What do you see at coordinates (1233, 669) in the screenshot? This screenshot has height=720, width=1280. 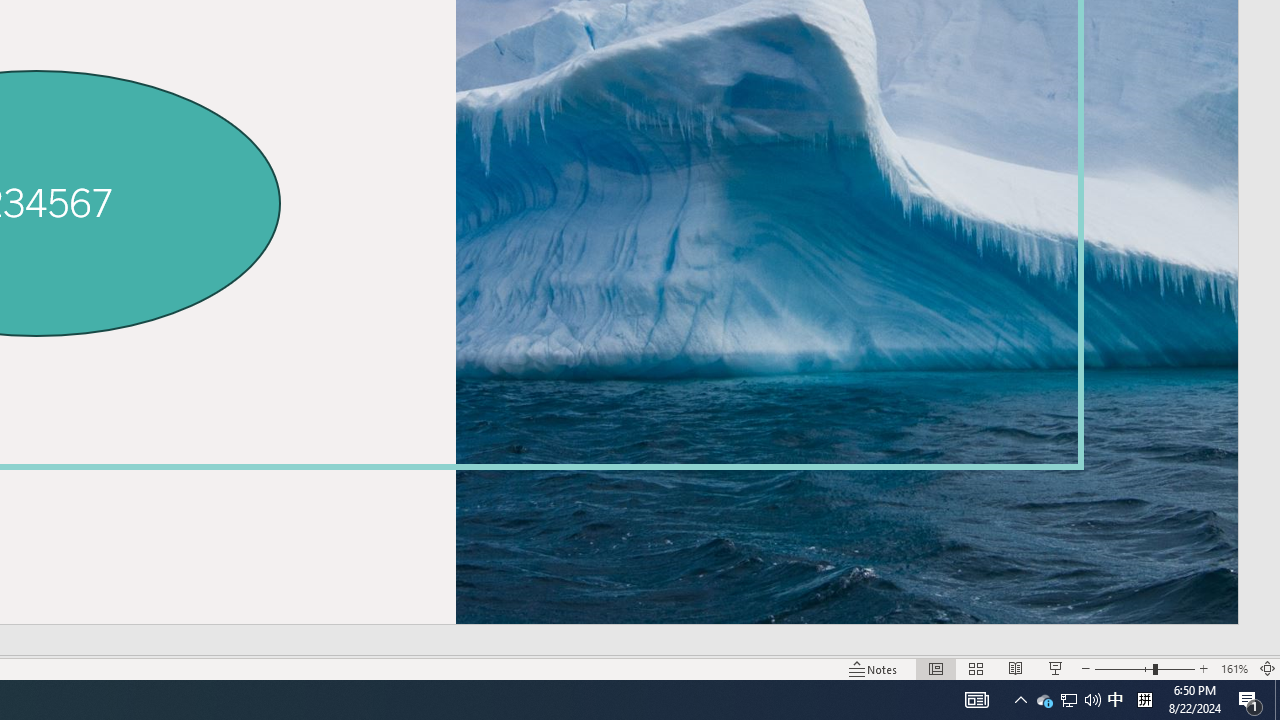 I see `'Zoom 161%'` at bounding box center [1233, 669].